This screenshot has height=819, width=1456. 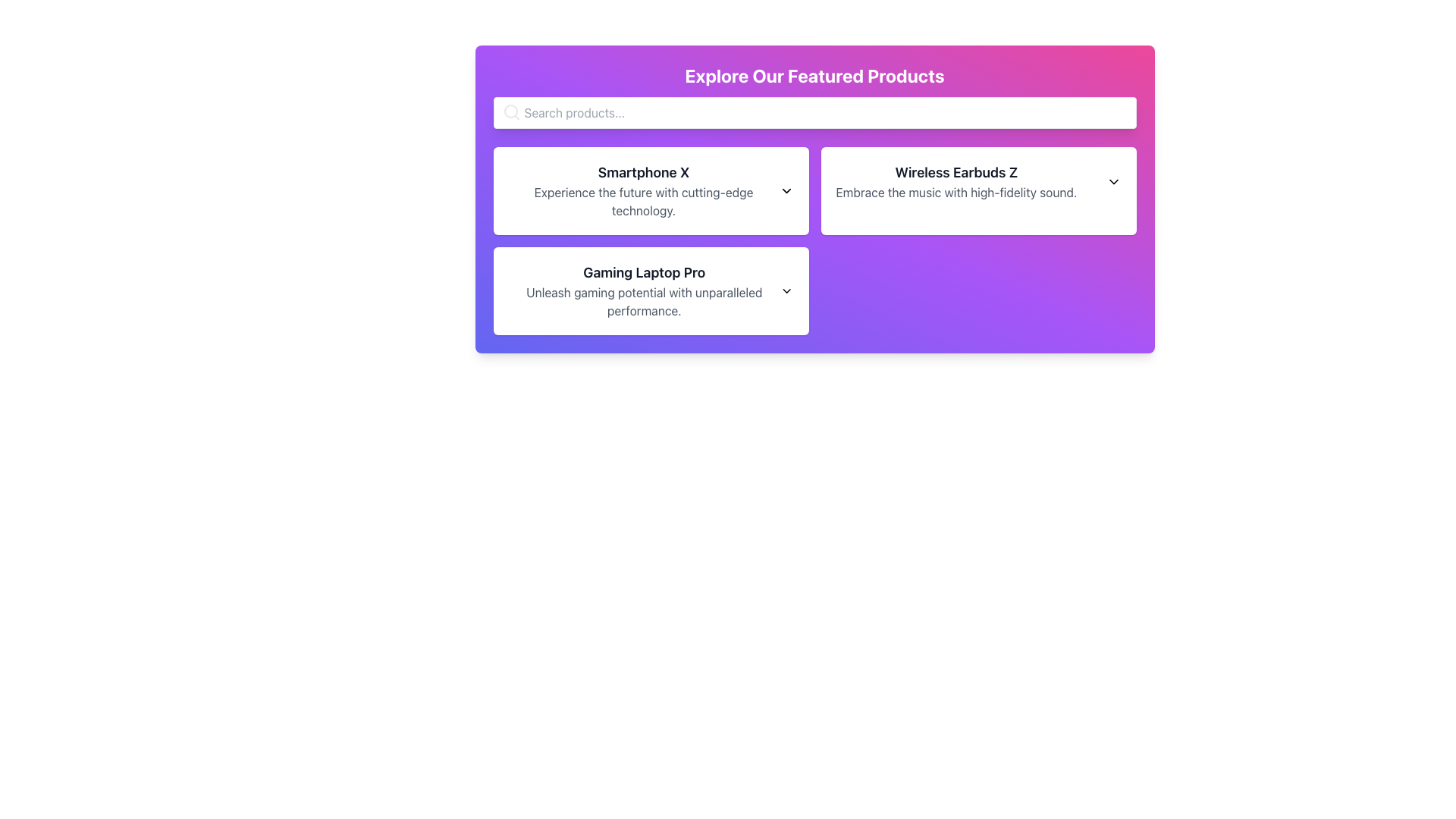 What do you see at coordinates (955, 180) in the screenshot?
I see `text block displaying 'Wireless Earbuds Z' and its subtitle 'Embrace the music with high-fidelity sound.' which is located in the second card of a grid-like structure` at bounding box center [955, 180].